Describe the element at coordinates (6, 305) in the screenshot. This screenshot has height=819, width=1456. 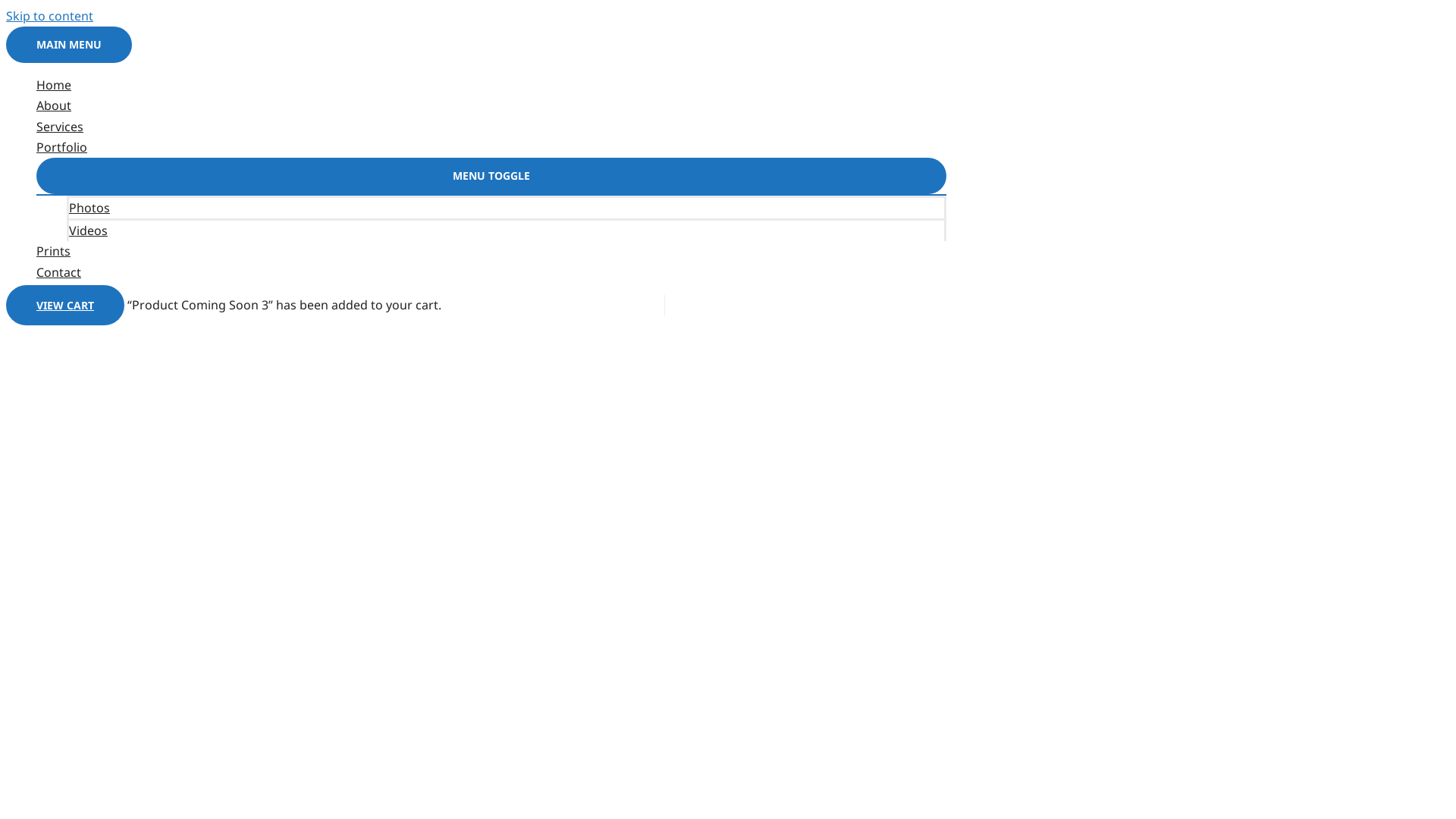
I see `'VIEW CART'` at that location.